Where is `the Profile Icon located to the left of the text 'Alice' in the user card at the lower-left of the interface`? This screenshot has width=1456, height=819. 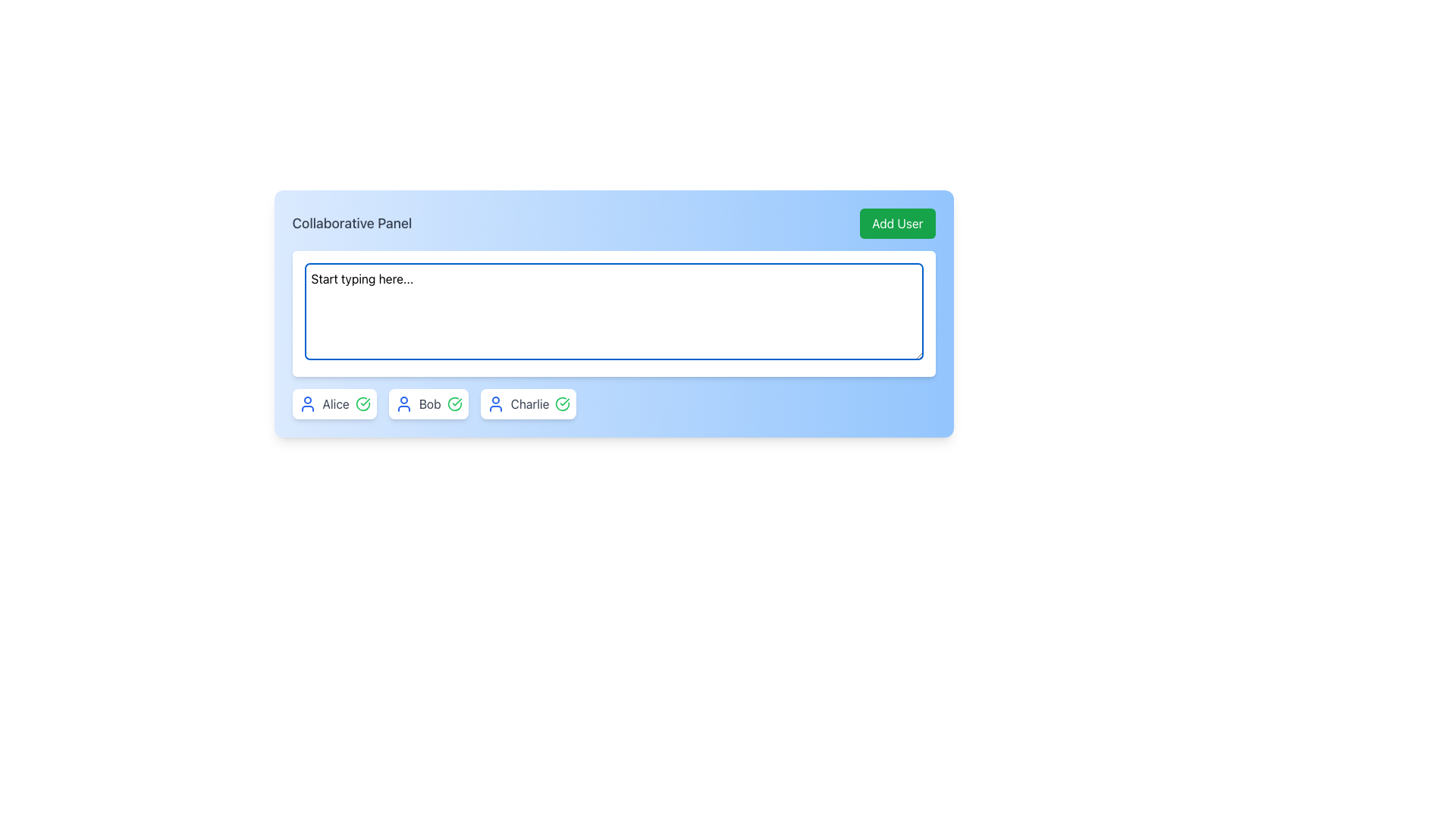 the Profile Icon located to the left of the text 'Alice' in the user card at the lower-left of the interface is located at coordinates (306, 403).